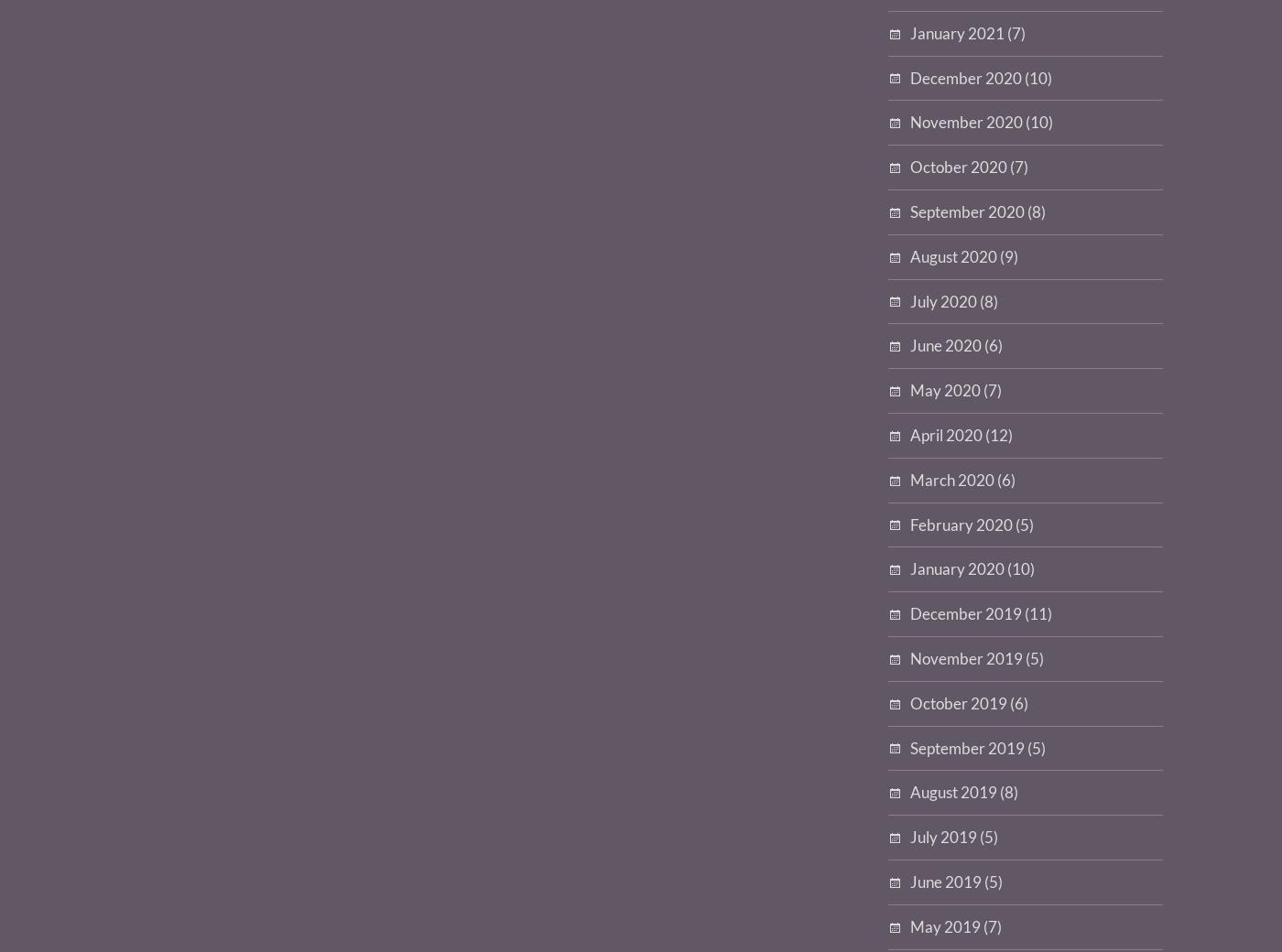  What do you see at coordinates (946, 344) in the screenshot?
I see `'June 2020'` at bounding box center [946, 344].